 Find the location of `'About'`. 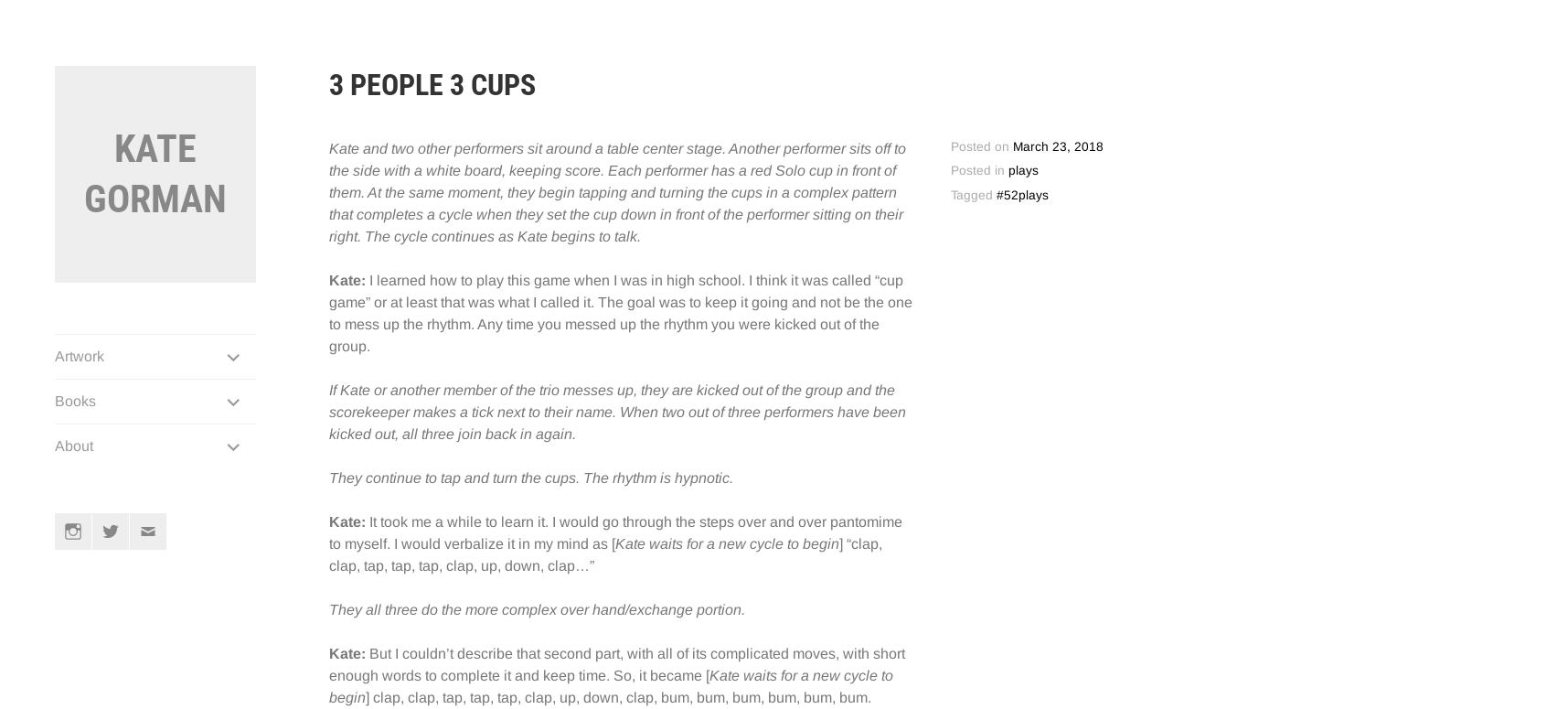

'About' is located at coordinates (72, 445).